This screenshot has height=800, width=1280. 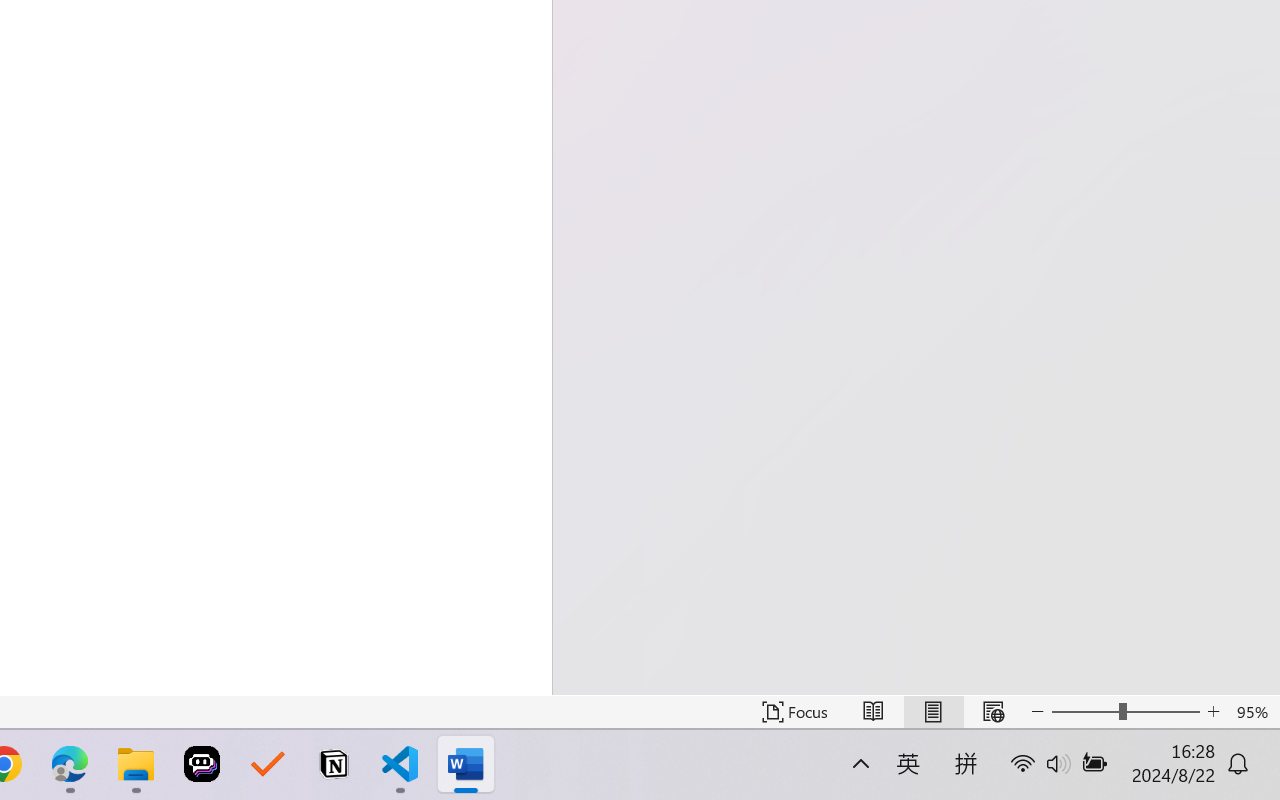 I want to click on 'Zoom 95%', so click(x=1252, y=711).